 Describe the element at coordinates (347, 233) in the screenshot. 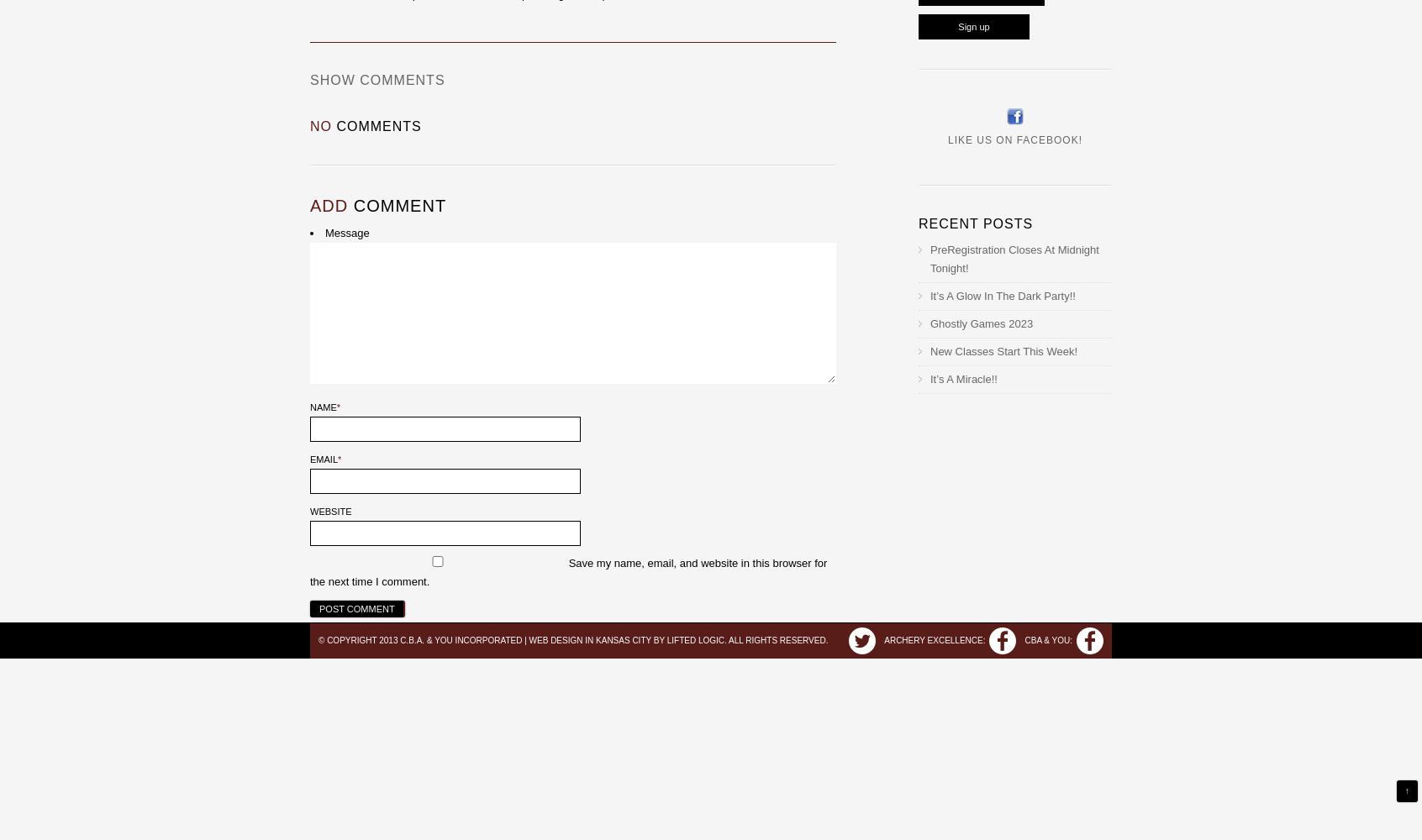

I see `'Message'` at that location.